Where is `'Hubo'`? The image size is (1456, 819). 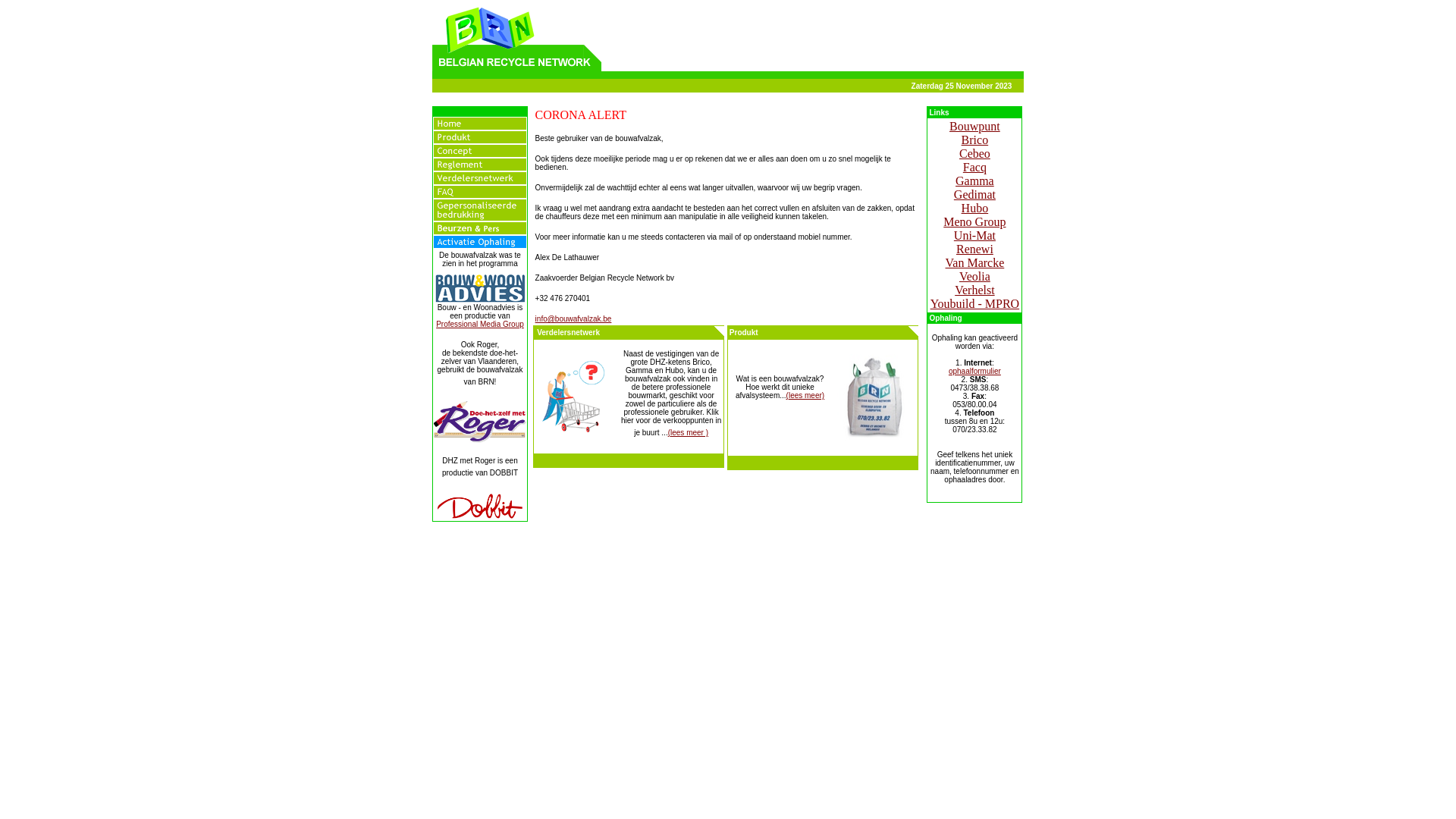 'Hubo' is located at coordinates (975, 208).